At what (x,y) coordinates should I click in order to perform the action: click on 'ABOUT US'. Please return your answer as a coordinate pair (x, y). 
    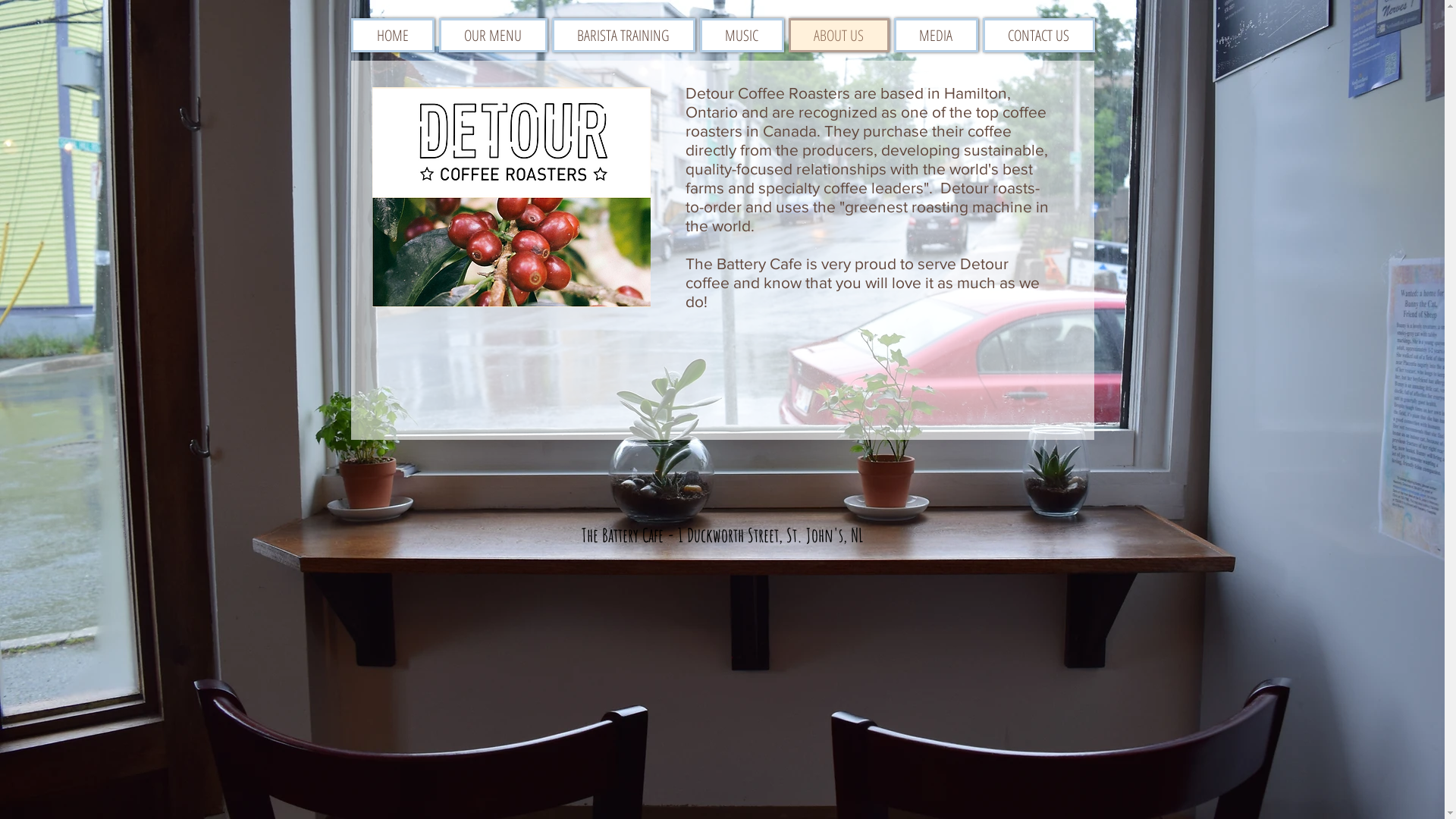
    Looking at the image, I should click on (838, 34).